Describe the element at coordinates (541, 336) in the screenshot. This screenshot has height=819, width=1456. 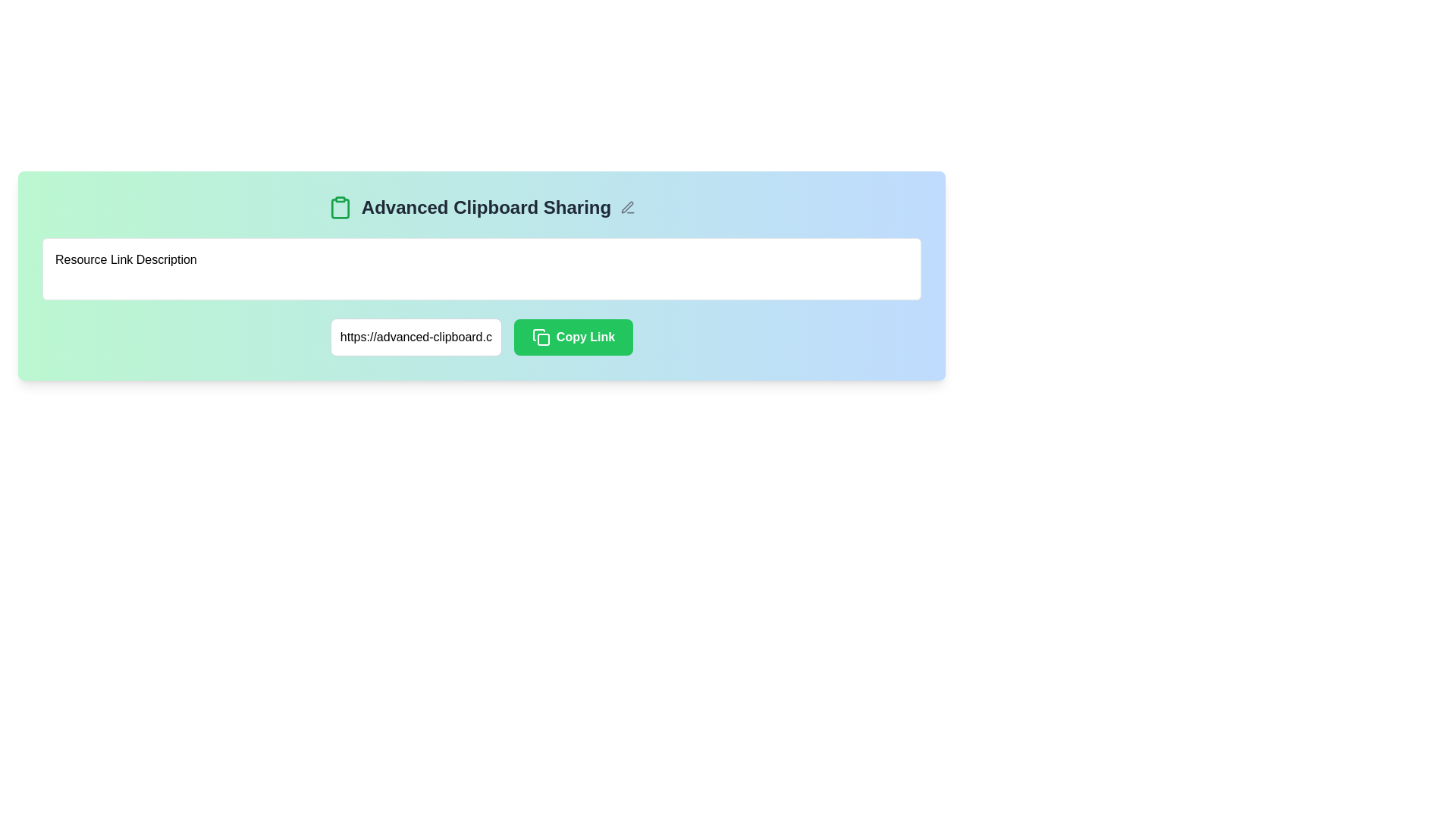
I see `the copy icon located on the left side of the 'Copy Link' button, which indicates the action of copying` at that location.